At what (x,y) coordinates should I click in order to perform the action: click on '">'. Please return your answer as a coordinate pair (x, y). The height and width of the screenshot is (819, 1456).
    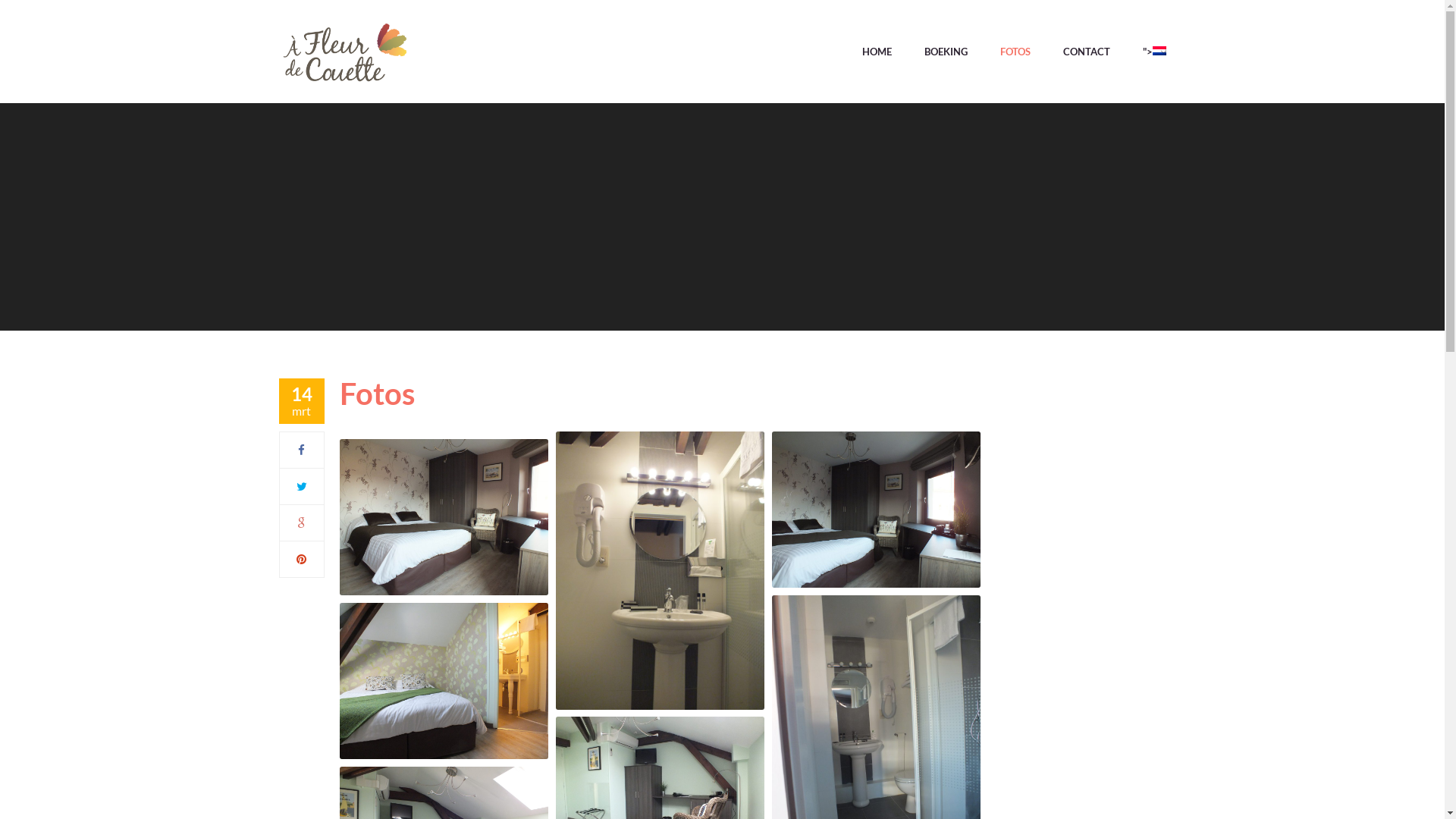
    Looking at the image, I should click on (1127, 55).